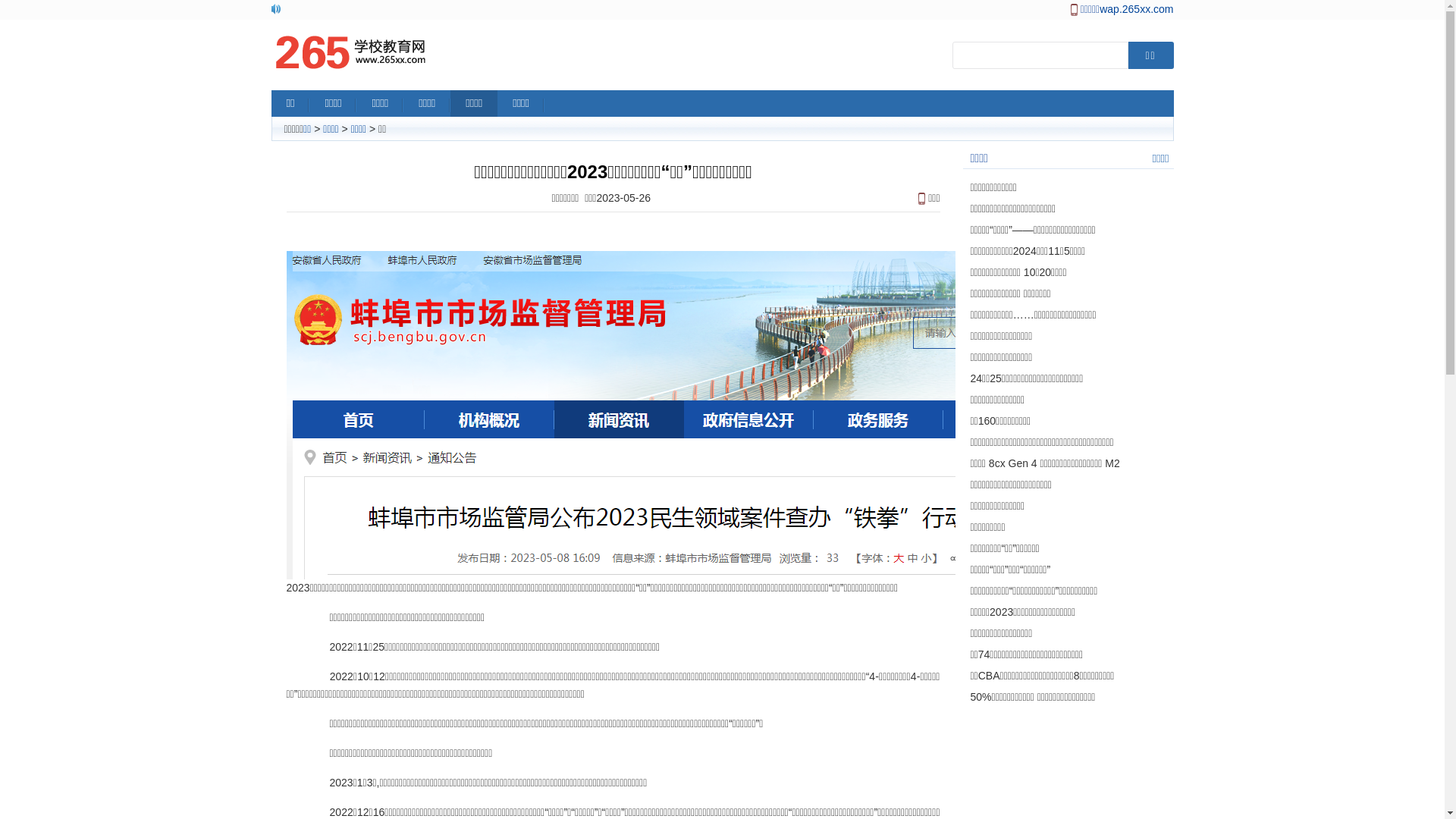  Describe the element at coordinates (1136, 8) in the screenshot. I see `'wap.265xx.com'` at that location.